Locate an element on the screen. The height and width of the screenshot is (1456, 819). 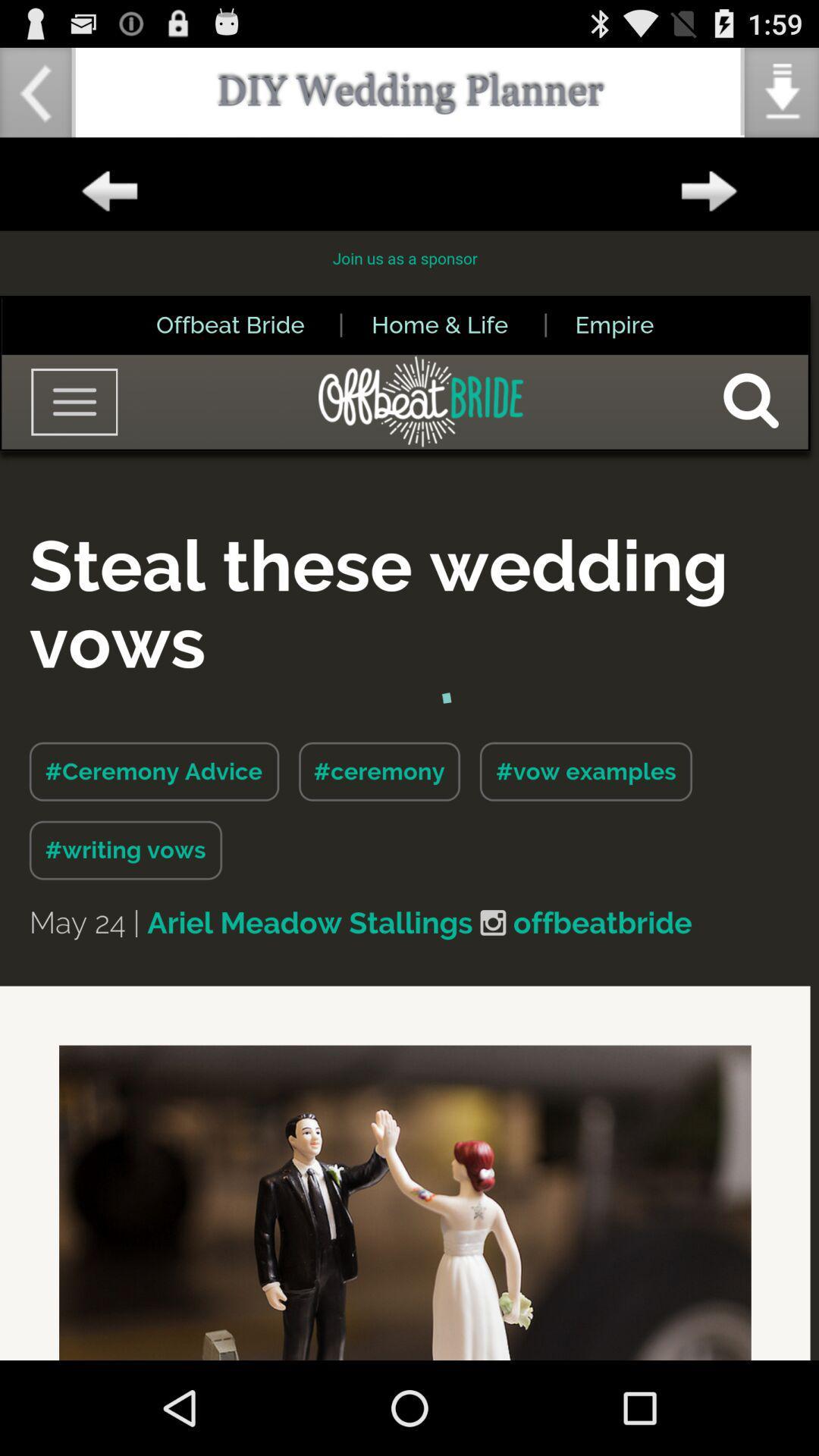
forword is located at coordinates (709, 191).